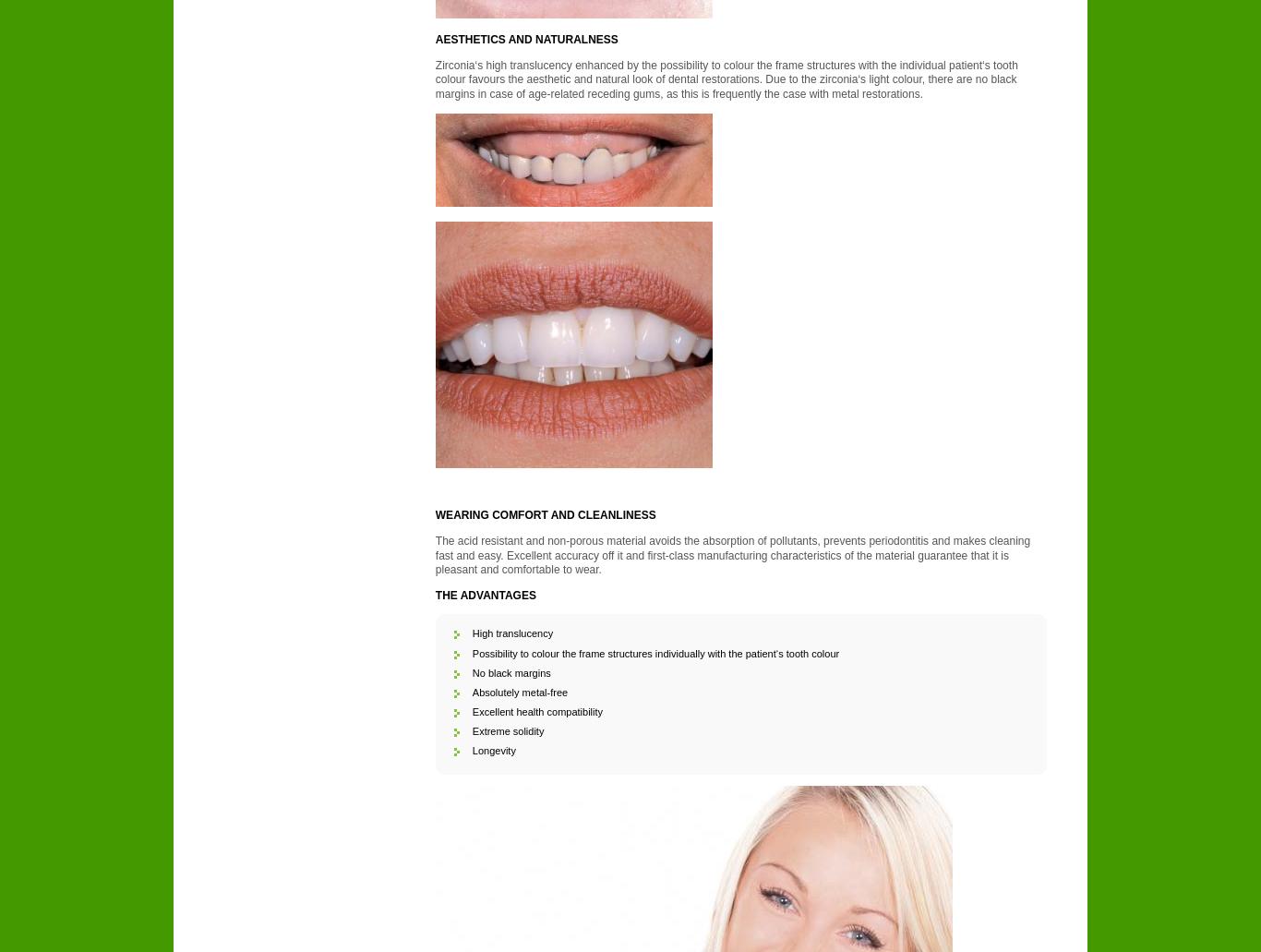 The height and width of the screenshot is (952, 1261). I want to click on 'No black margins', so click(510, 670).